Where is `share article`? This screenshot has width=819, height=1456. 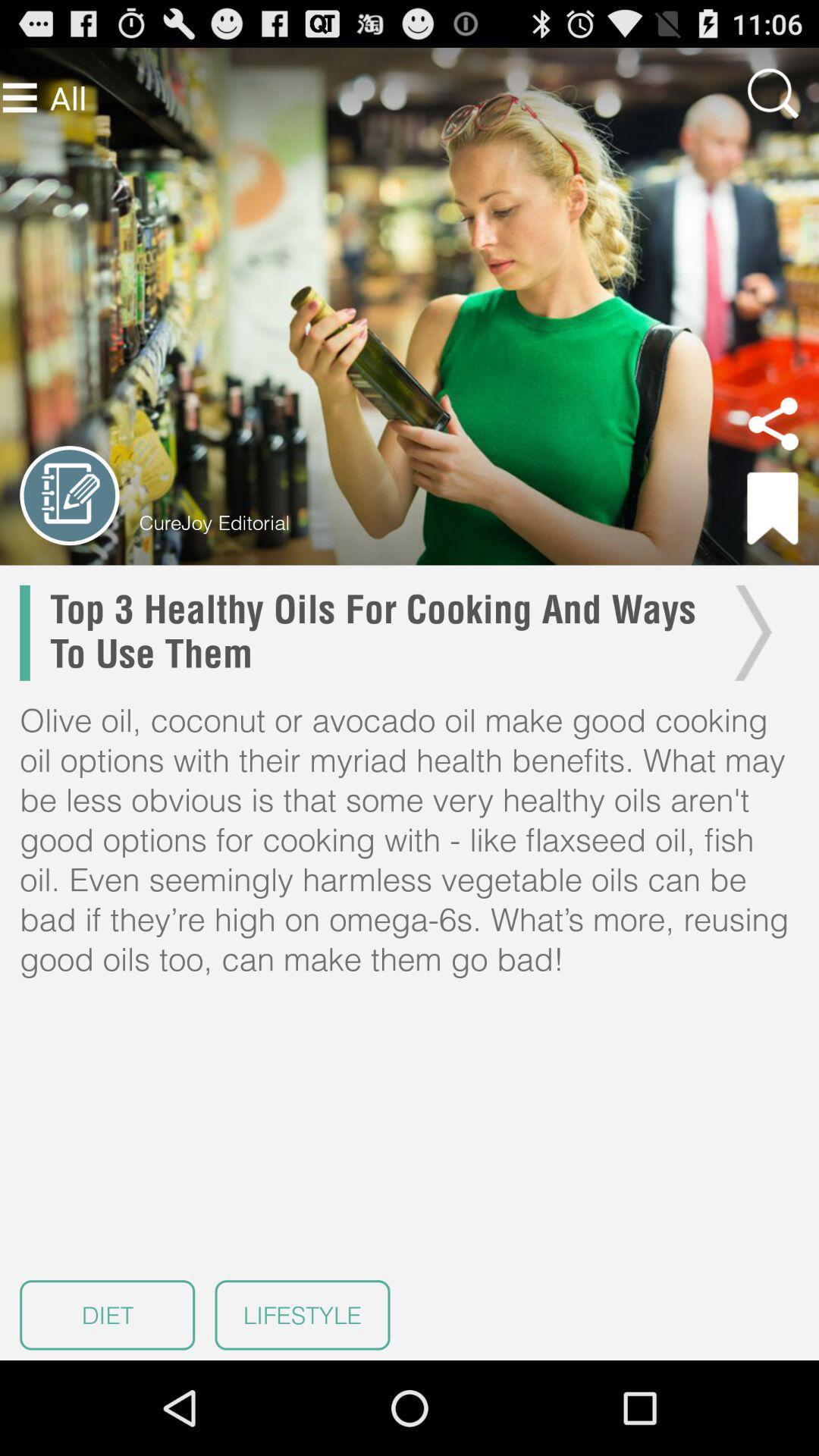
share article is located at coordinates (773, 424).